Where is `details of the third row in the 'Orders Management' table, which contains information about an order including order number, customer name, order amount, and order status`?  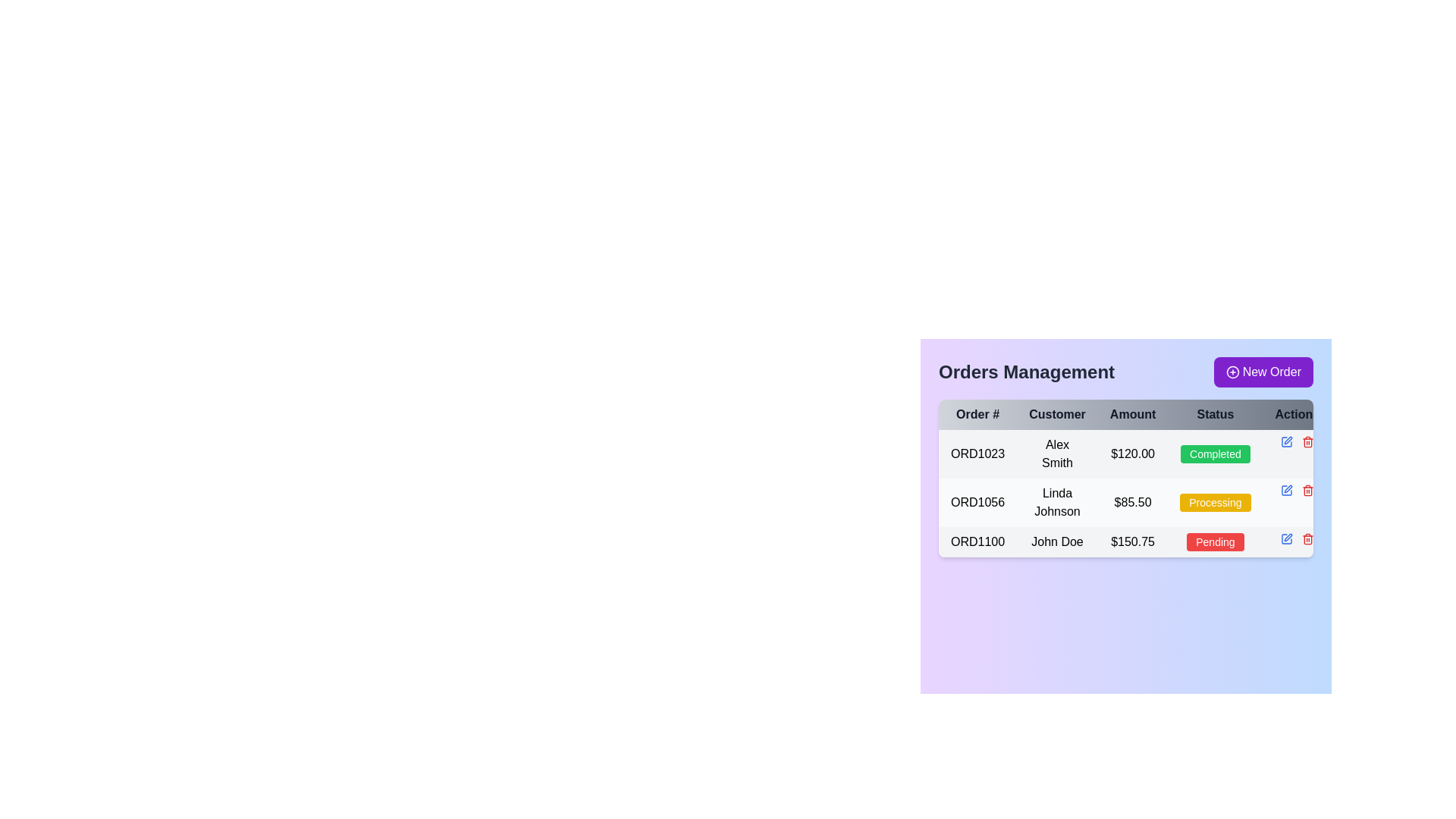
details of the third row in the 'Orders Management' table, which contains information about an order including order number, customer name, order amount, and order status is located at coordinates (1135, 541).